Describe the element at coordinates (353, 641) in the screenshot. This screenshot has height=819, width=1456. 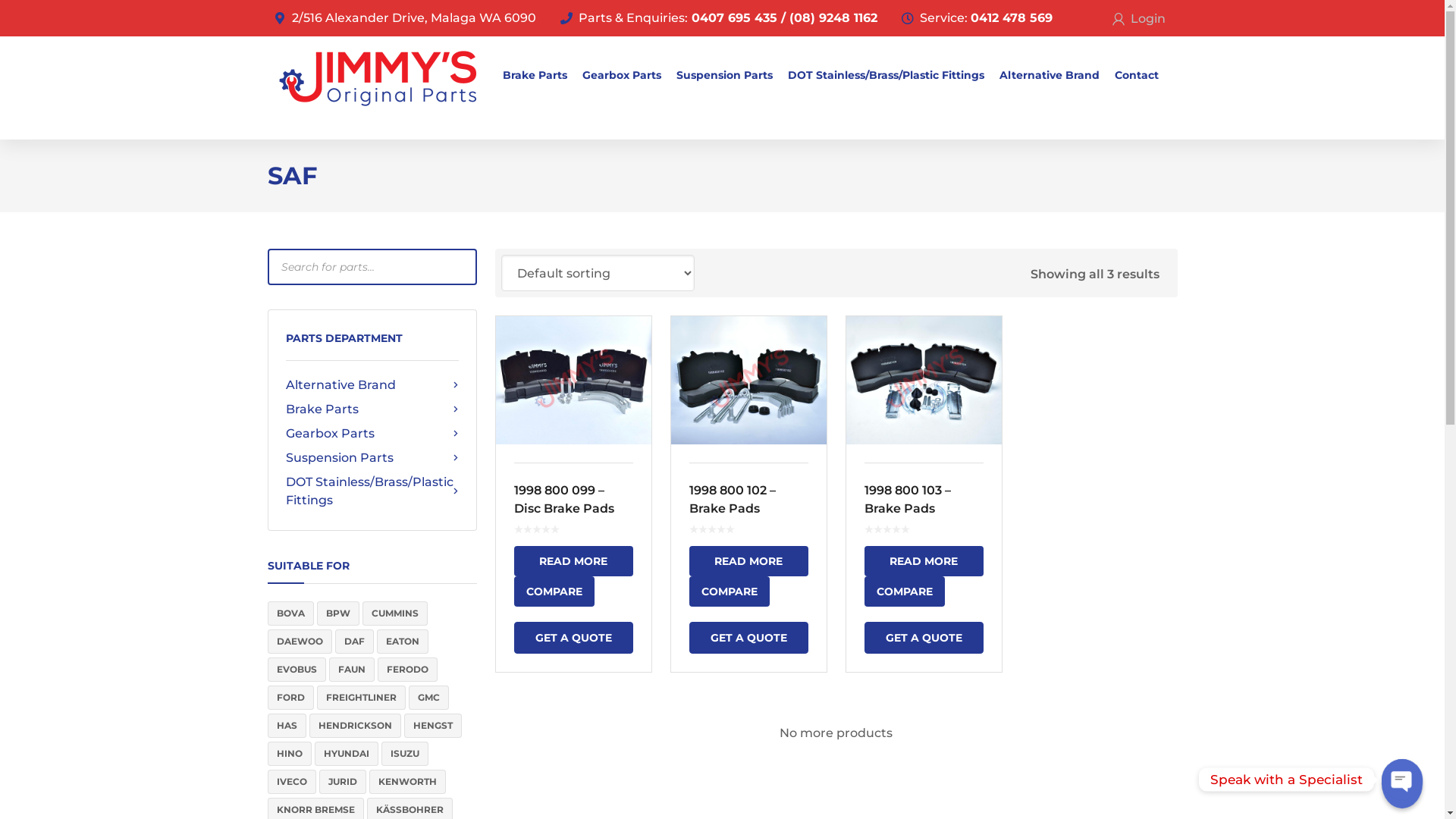
I see `'DAF'` at that location.